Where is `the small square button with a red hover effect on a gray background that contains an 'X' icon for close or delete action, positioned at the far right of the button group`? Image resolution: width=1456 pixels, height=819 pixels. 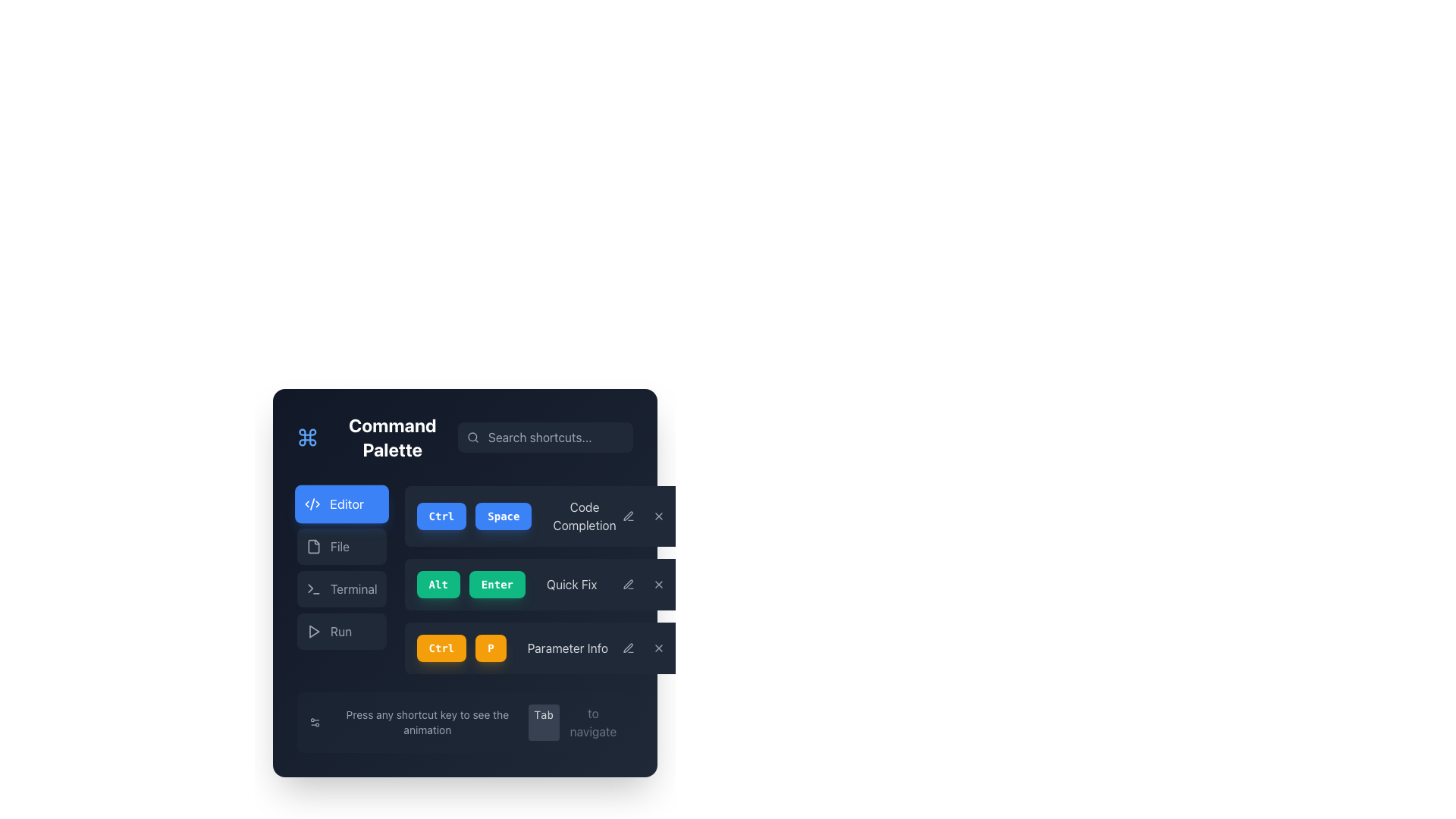 the small square button with a red hover effect on a gray background that contains an 'X' icon for close or delete action, positioned at the far right of the button group is located at coordinates (658, 584).